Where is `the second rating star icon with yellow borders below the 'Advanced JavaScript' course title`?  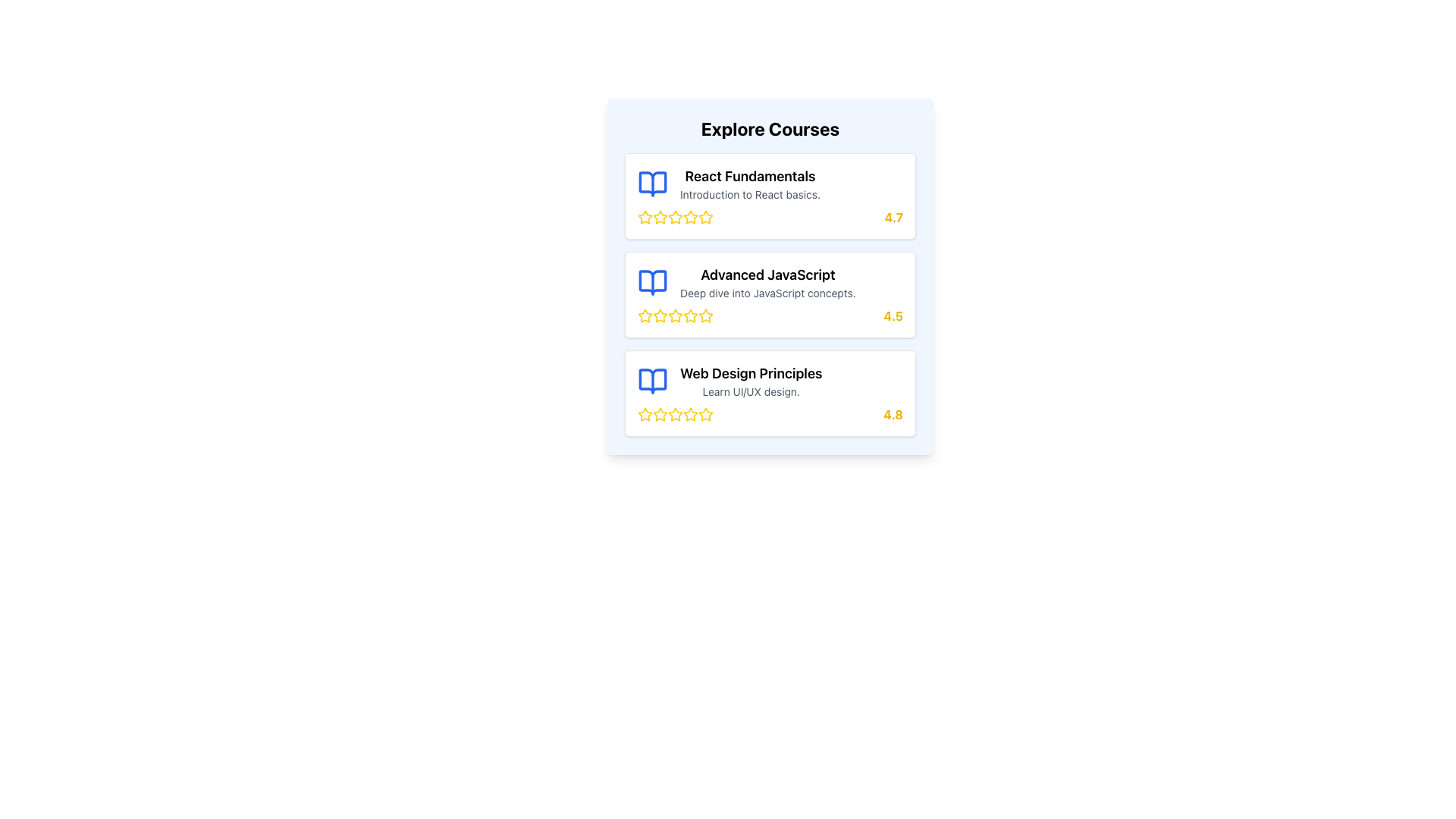
the second rating star icon with yellow borders below the 'Advanced JavaScript' course title is located at coordinates (675, 315).